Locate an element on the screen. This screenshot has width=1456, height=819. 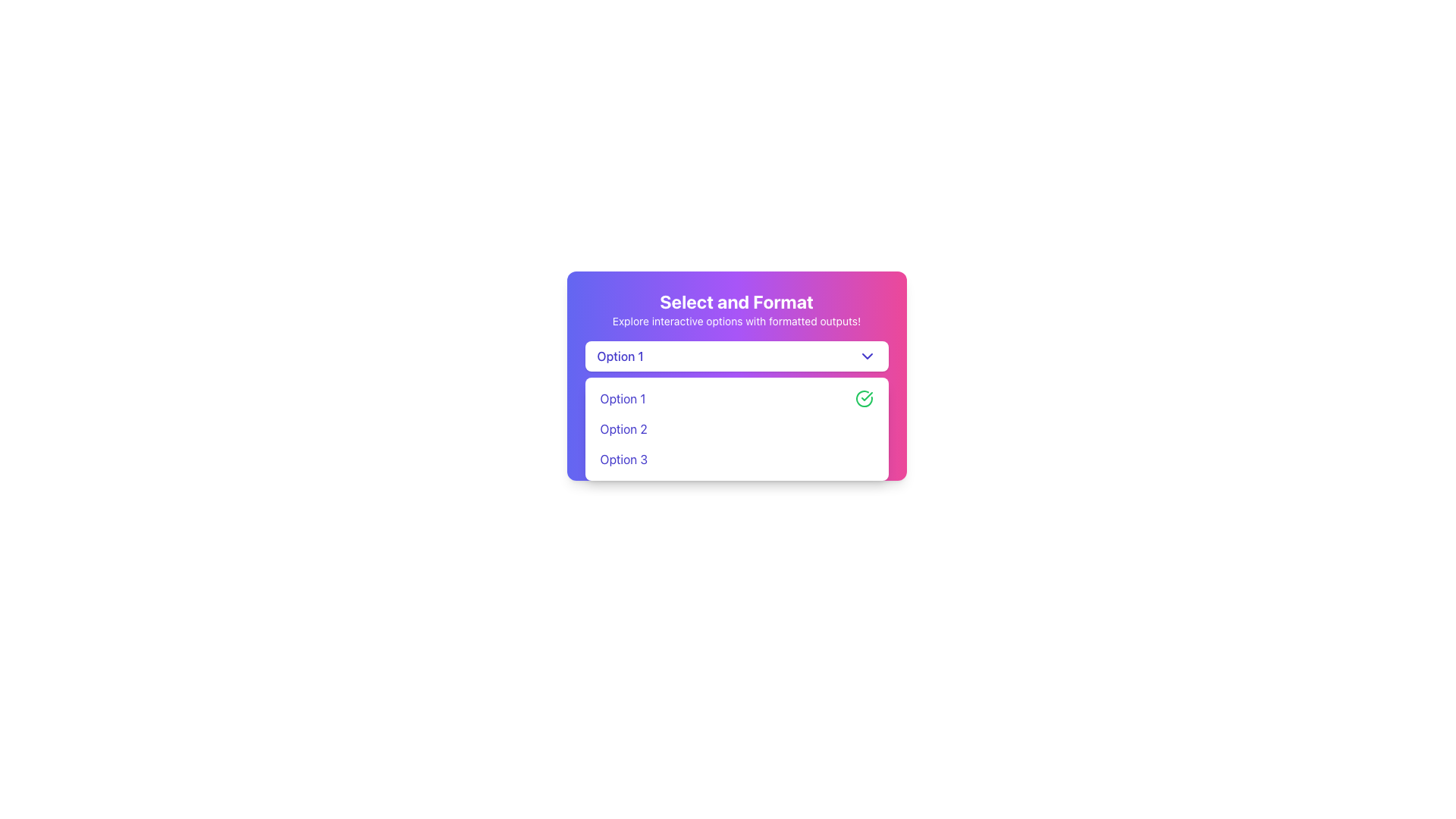
text labeled 'Option 1' which is styled in blue font against a white background within the first item of a dropdown menu is located at coordinates (623, 397).